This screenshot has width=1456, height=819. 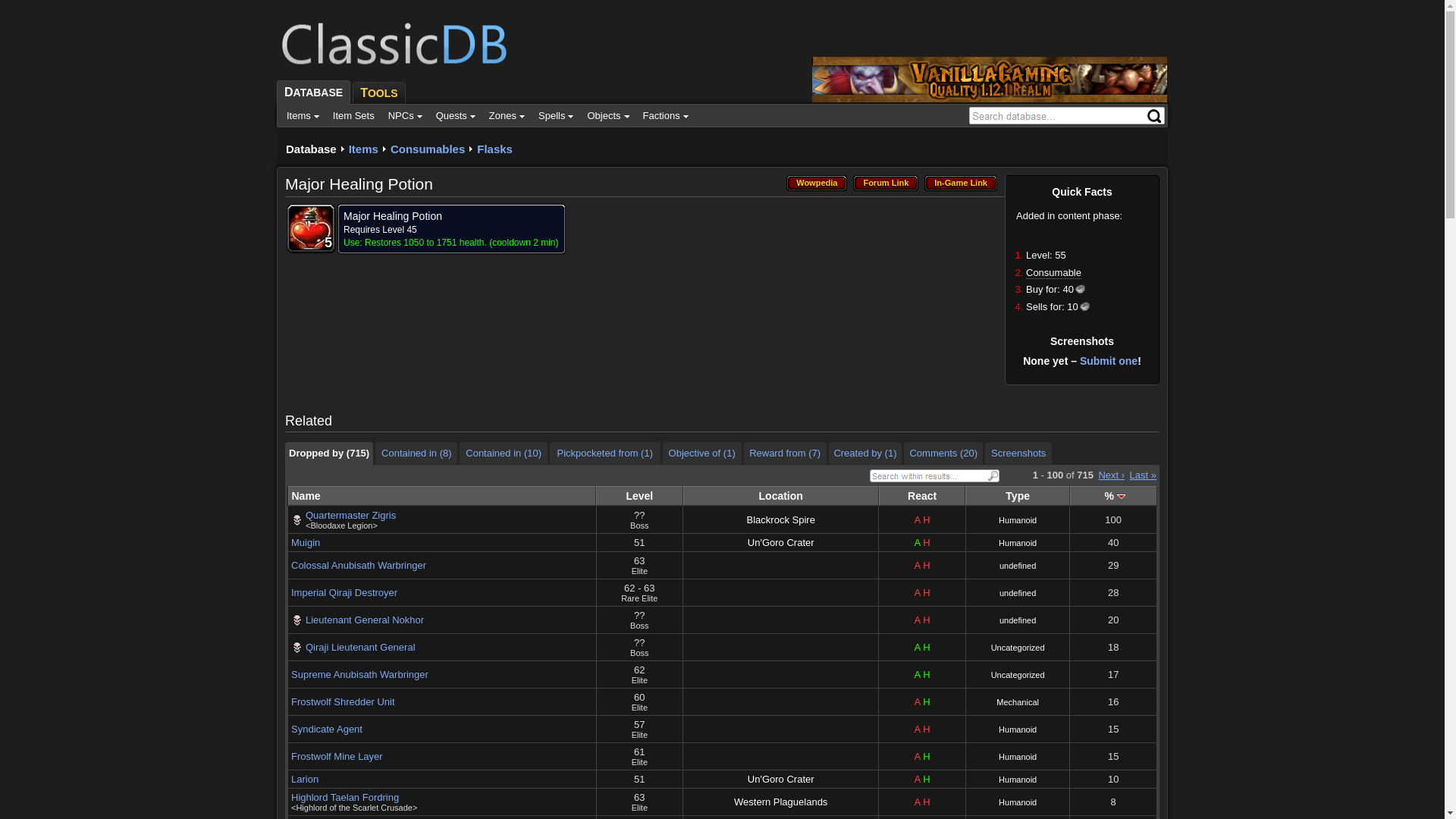 I want to click on 'Quests', so click(x=428, y=115).